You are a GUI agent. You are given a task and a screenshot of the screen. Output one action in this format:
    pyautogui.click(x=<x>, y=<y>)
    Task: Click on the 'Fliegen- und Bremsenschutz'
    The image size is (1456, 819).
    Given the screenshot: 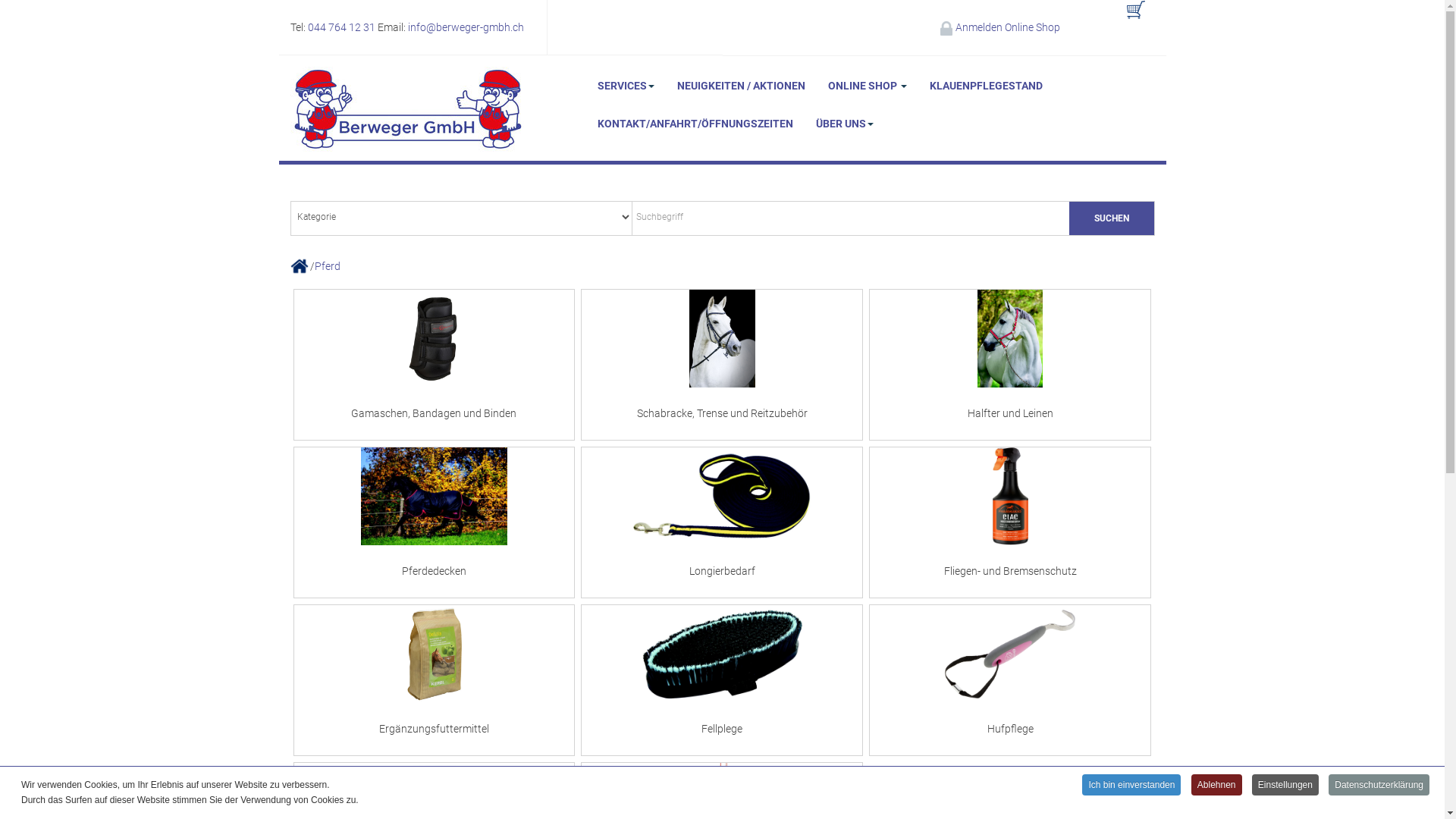 What is the action you would take?
    pyautogui.click(x=1010, y=522)
    